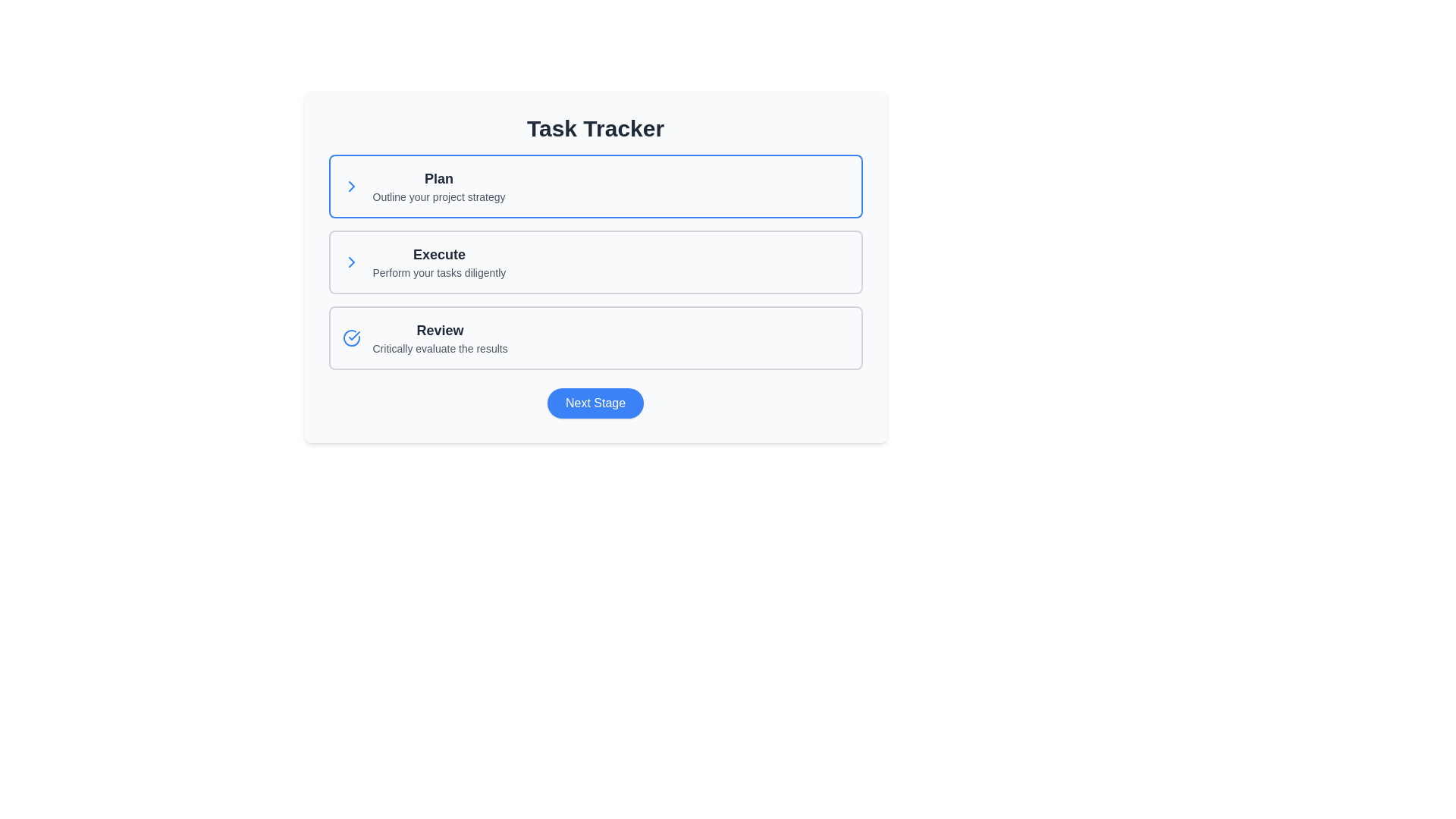 This screenshot has width=1456, height=819. I want to click on the 'Execute' step card in the task tracker process, which is the second card in a vertical stack of three cards, located below the 'Plan' card and above the 'Review' card, so click(595, 265).